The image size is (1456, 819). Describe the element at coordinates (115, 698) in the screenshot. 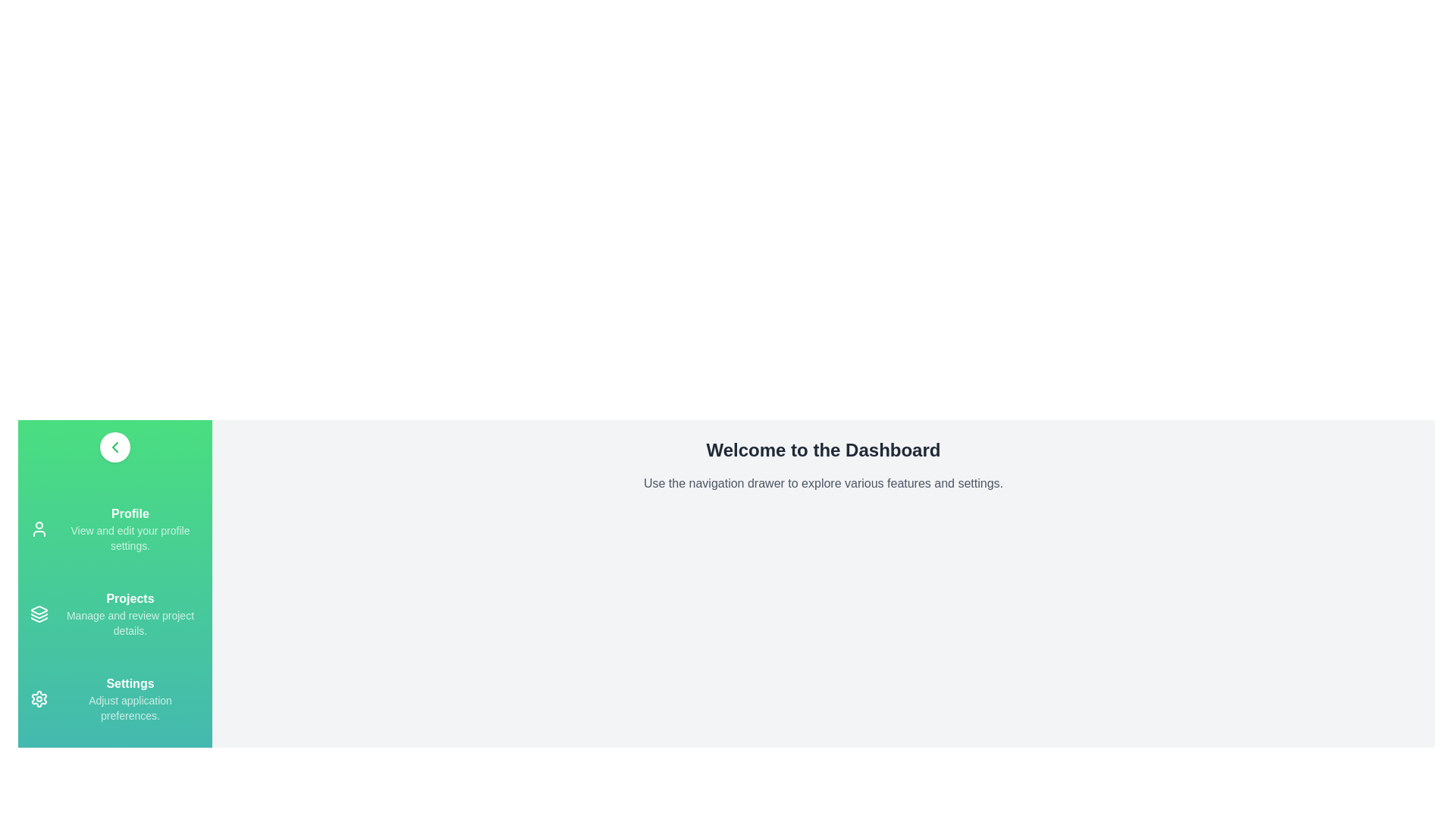

I see `the menu item labeled Settings to view its hover effect` at that location.